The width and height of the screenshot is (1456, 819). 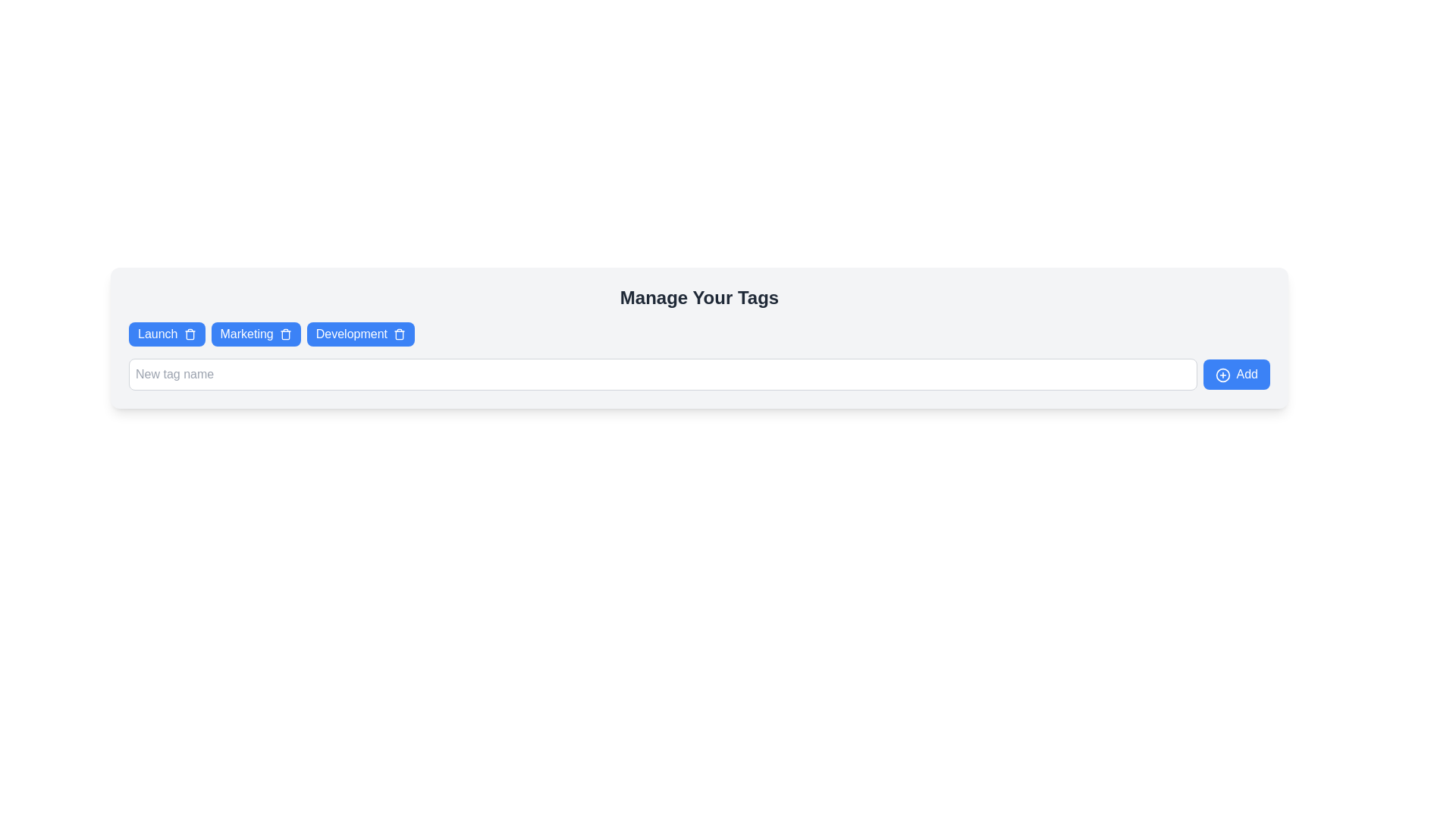 I want to click on the delete button located to the right of the 'Marketing' tag, so click(x=285, y=333).